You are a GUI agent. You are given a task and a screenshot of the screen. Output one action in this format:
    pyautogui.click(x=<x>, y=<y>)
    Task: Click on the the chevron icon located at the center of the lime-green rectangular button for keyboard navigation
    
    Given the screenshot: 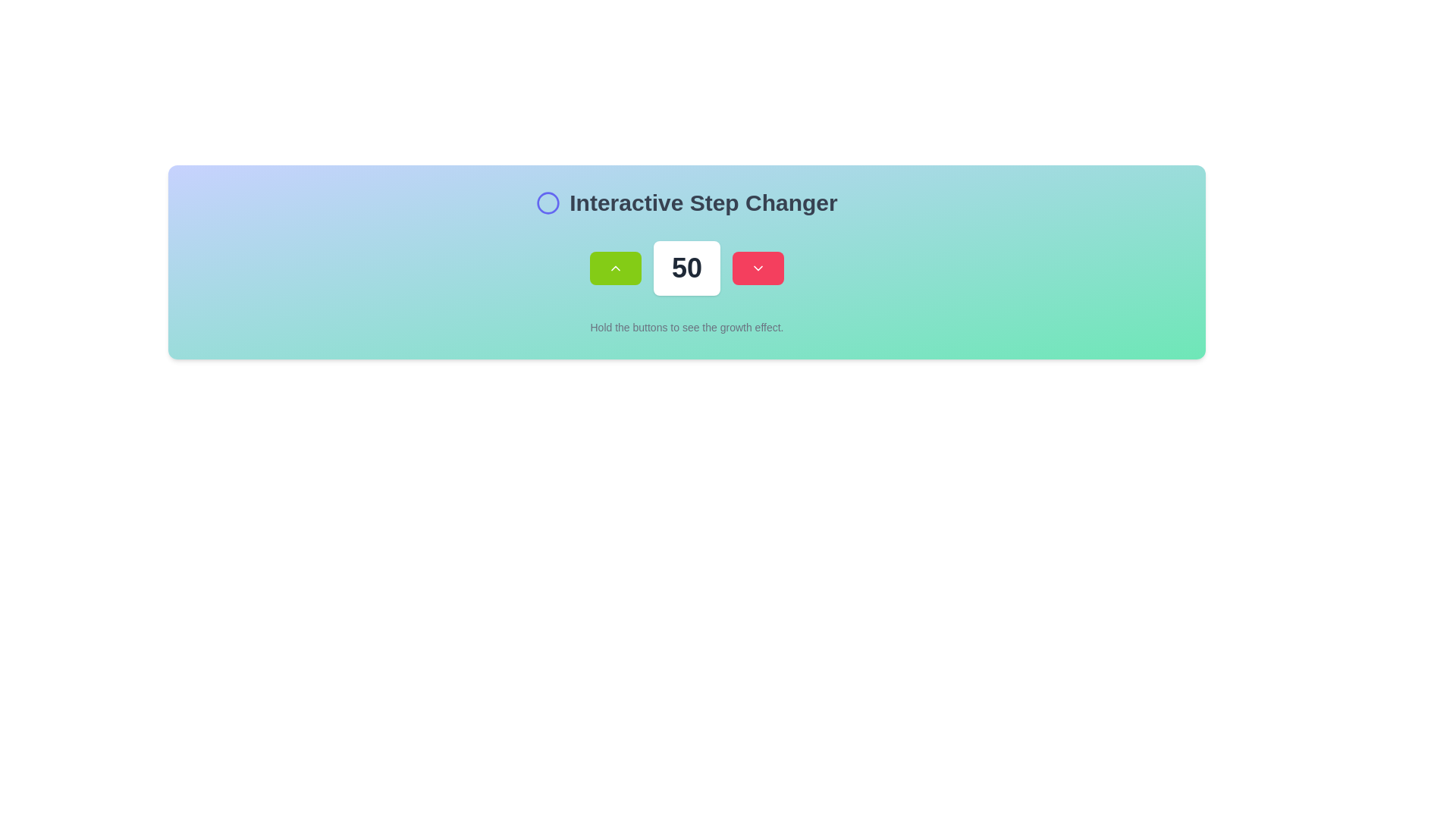 What is the action you would take?
    pyautogui.click(x=615, y=268)
    